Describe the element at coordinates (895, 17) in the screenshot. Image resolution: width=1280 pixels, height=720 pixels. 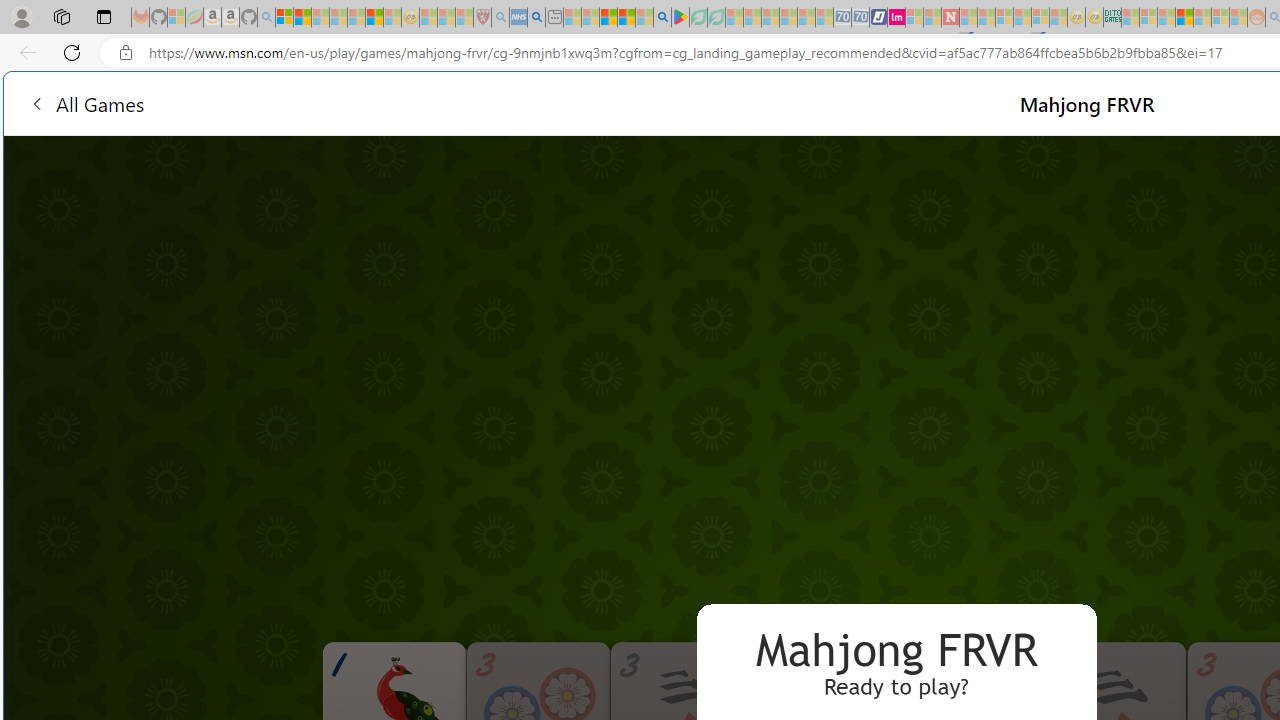
I see `'Jobs - lastminute.com Investor Portal'` at that location.